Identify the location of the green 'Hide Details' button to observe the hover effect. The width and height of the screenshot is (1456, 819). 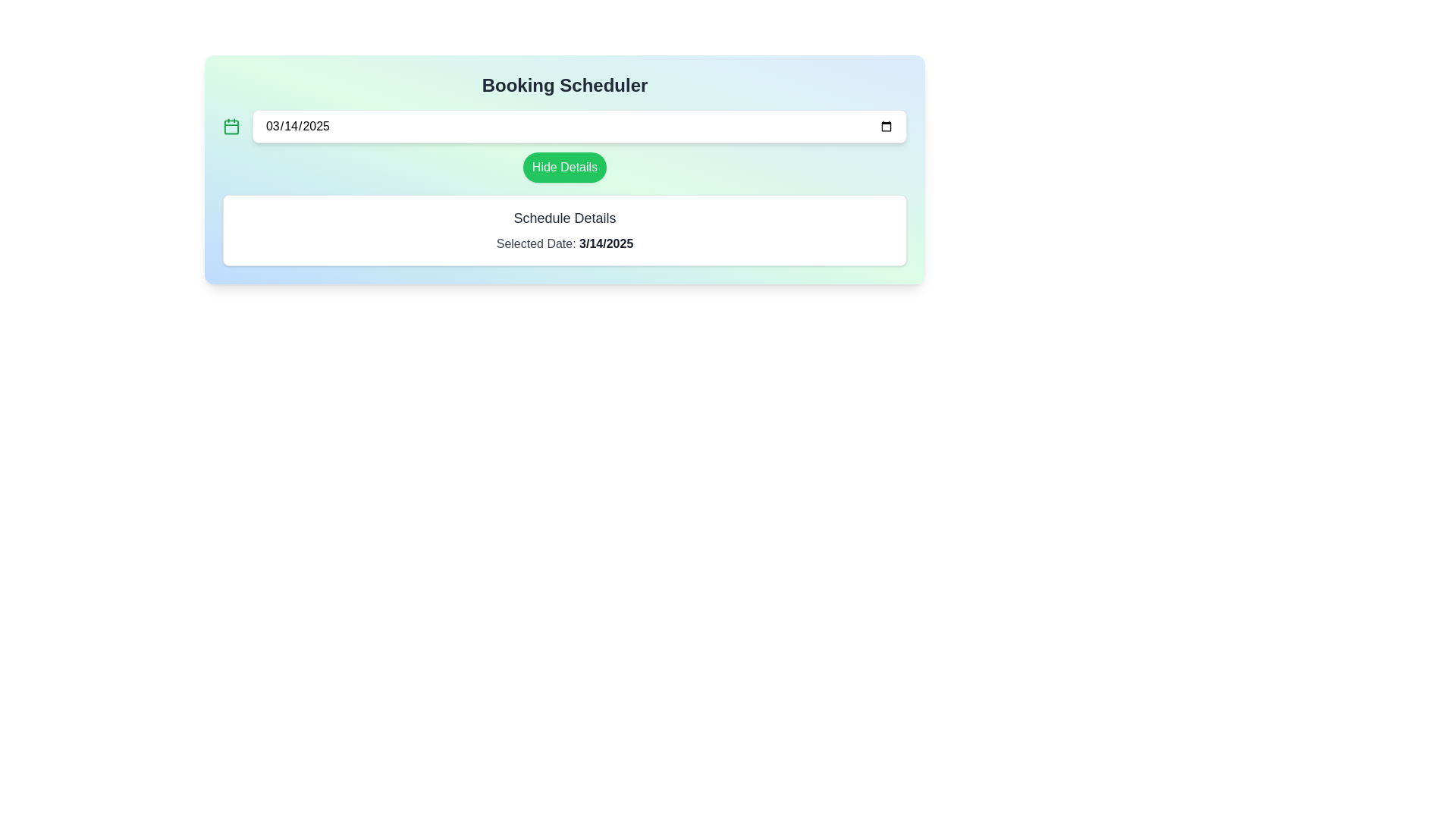
(563, 167).